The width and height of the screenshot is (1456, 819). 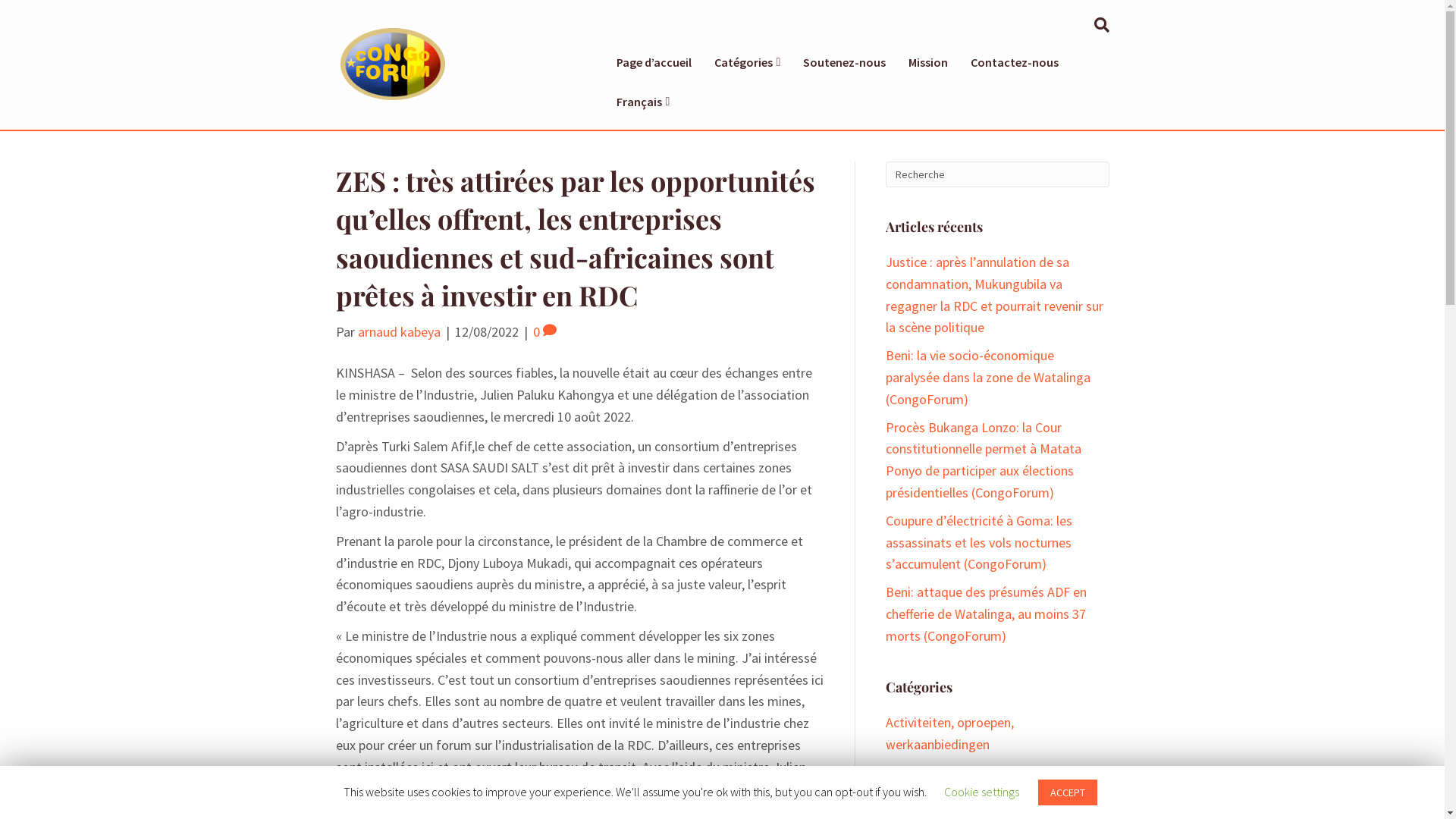 I want to click on 'Contactez-nous', so click(x=1015, y=61).